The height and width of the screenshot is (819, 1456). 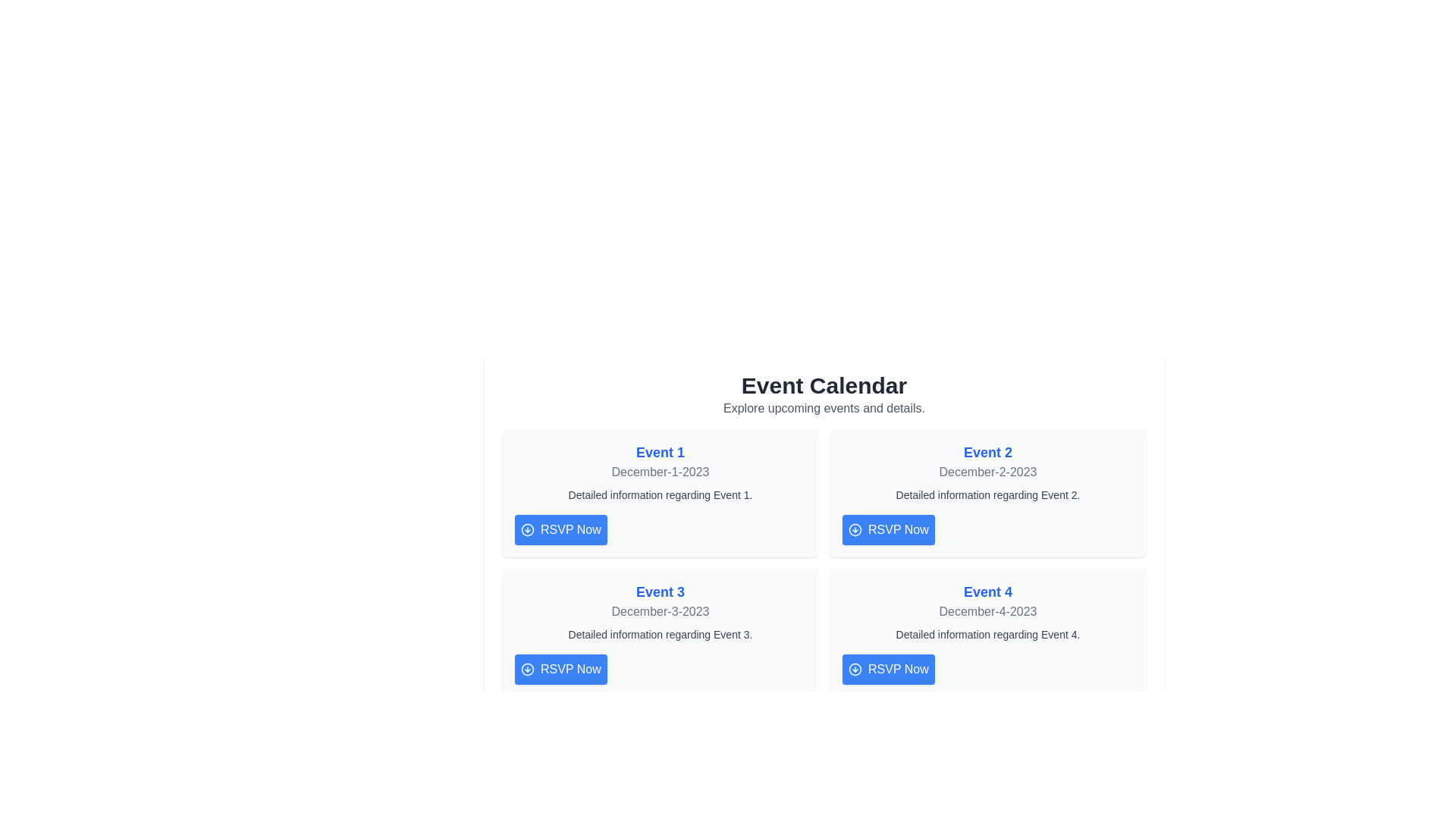 What do you see at coordinates (823, 408) in the screenshot?
I see `the Static text label that provides a brief description for the 'Event Calendar' header, located directly below it` at bounding box center [823, 408].